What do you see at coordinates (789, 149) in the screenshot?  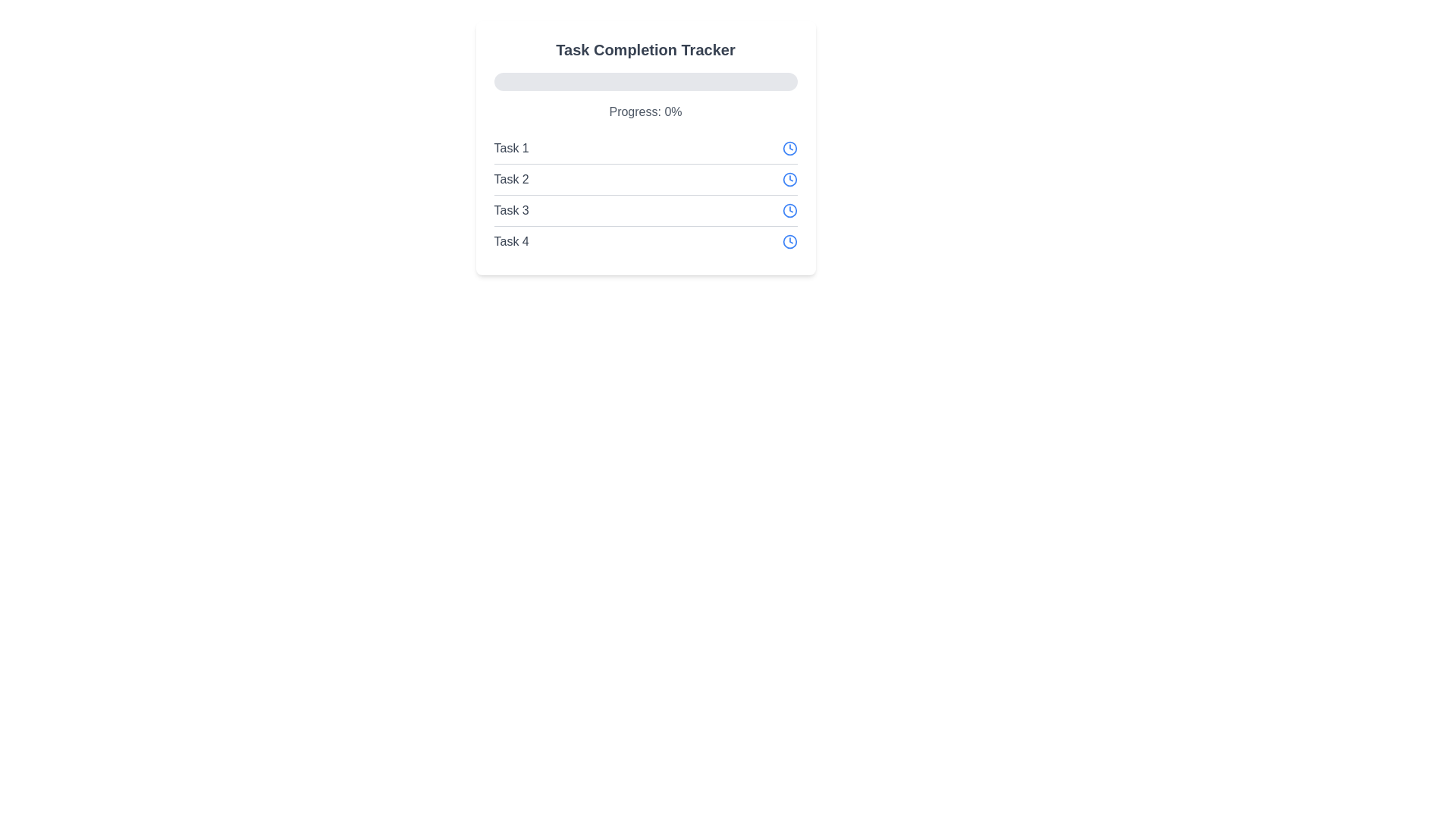 I see `the interactive clock icon in the 'Task Completion Tracker'` at bounding box center [789, 149].